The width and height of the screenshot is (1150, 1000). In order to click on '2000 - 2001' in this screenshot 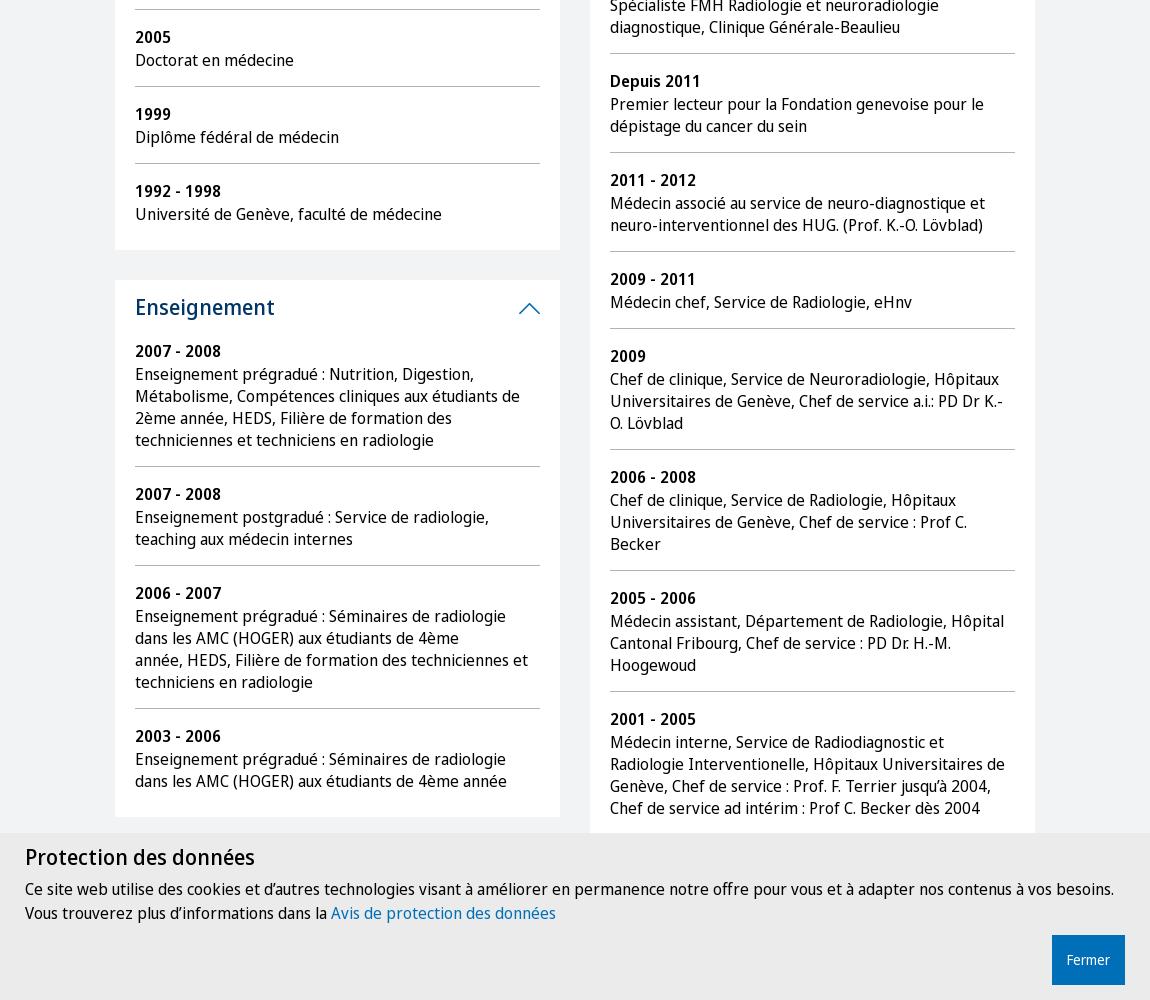, I will do `click(651, 861)`.